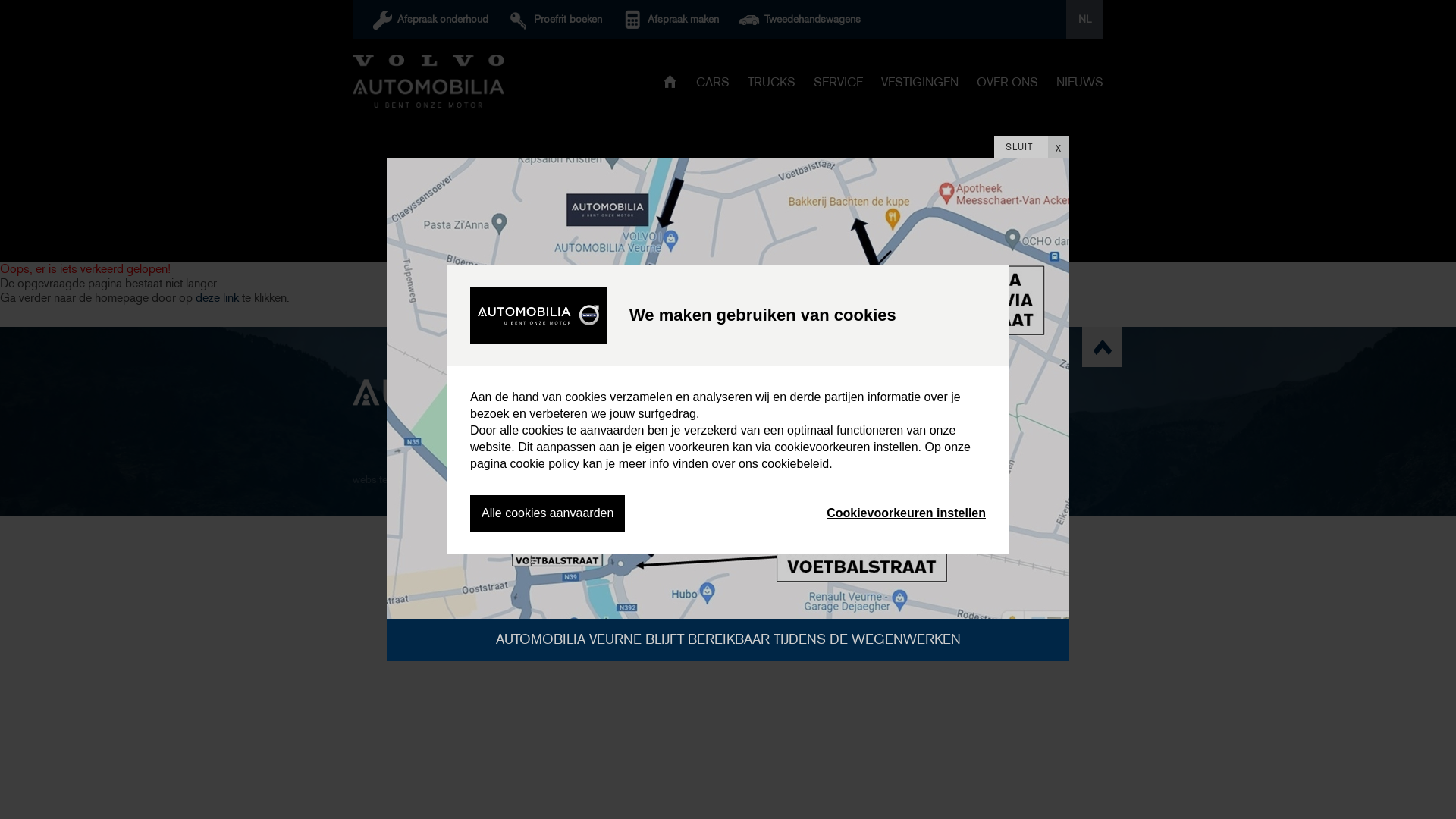 This screenshot has height=819, width=1456. Describe the element at coordinates (919, 85) in the screenshot. I see `'VESTIGINGEN'` at that location.